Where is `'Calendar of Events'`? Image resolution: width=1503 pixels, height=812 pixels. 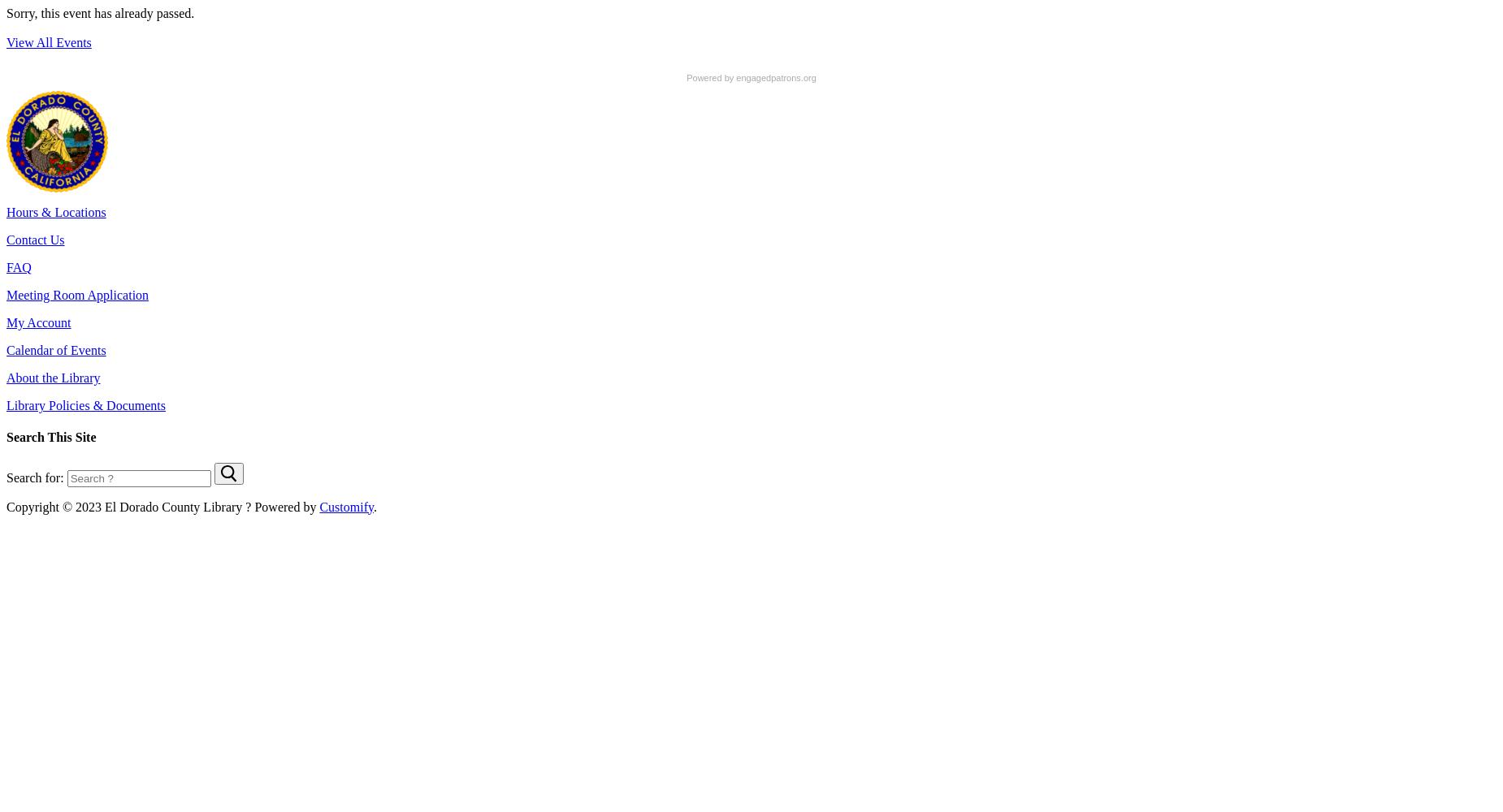 'Calendar of Events' is located at coordinates (55, 350).